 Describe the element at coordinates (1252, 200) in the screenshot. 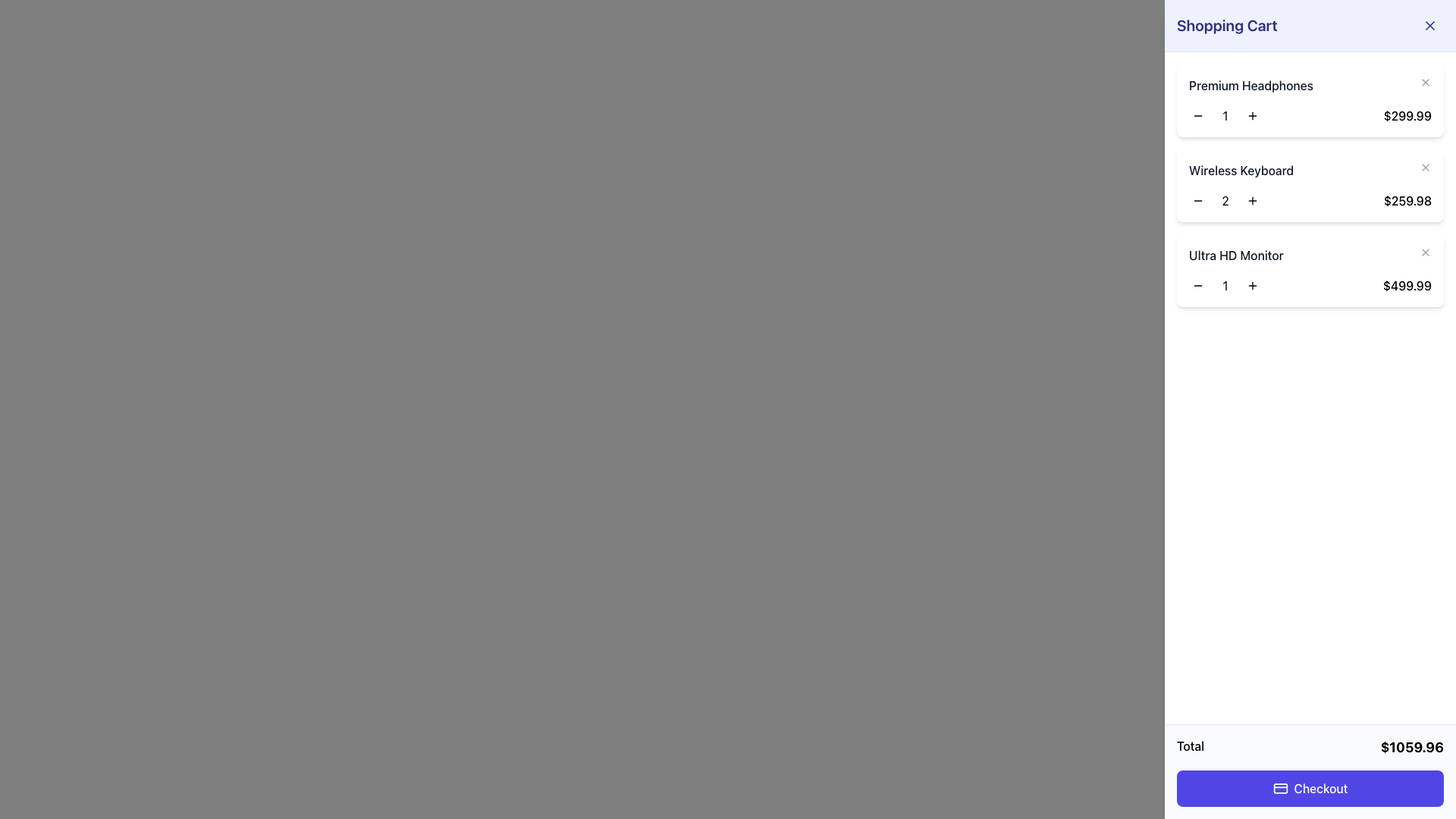

I see `the increment button to increase the quantity of the 'Wireless Keyboard' in the shopping cart by one` at that location.